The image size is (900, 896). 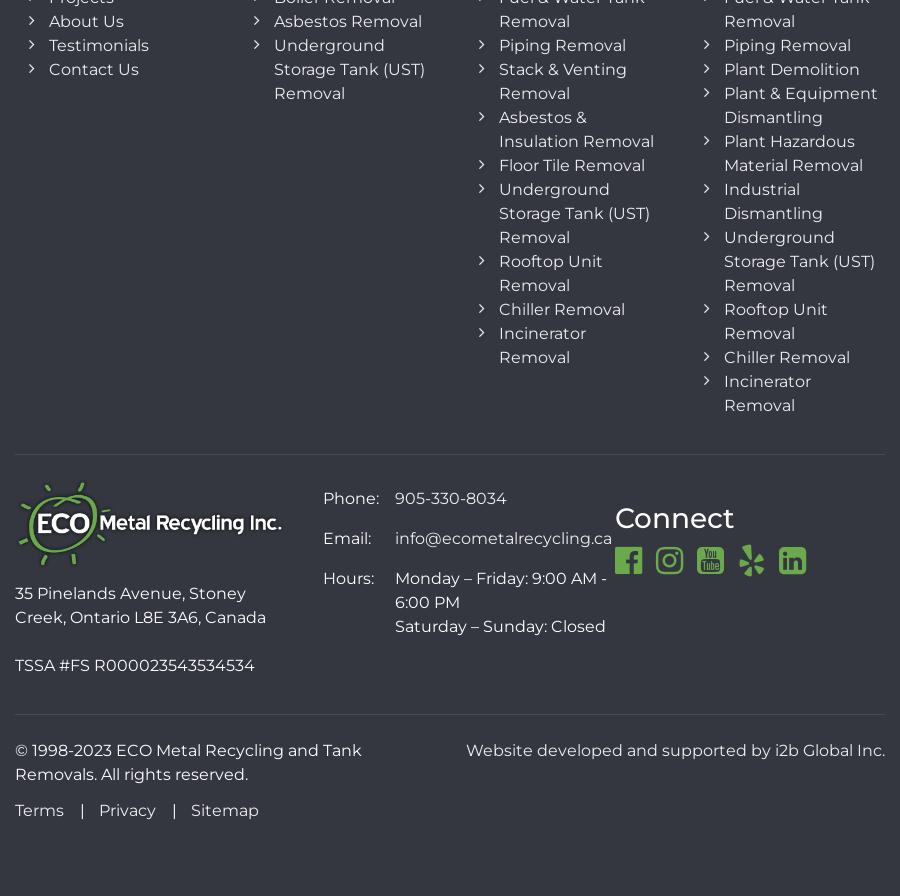 I want to click on 'Testimonials', so click(x=98, y=44).